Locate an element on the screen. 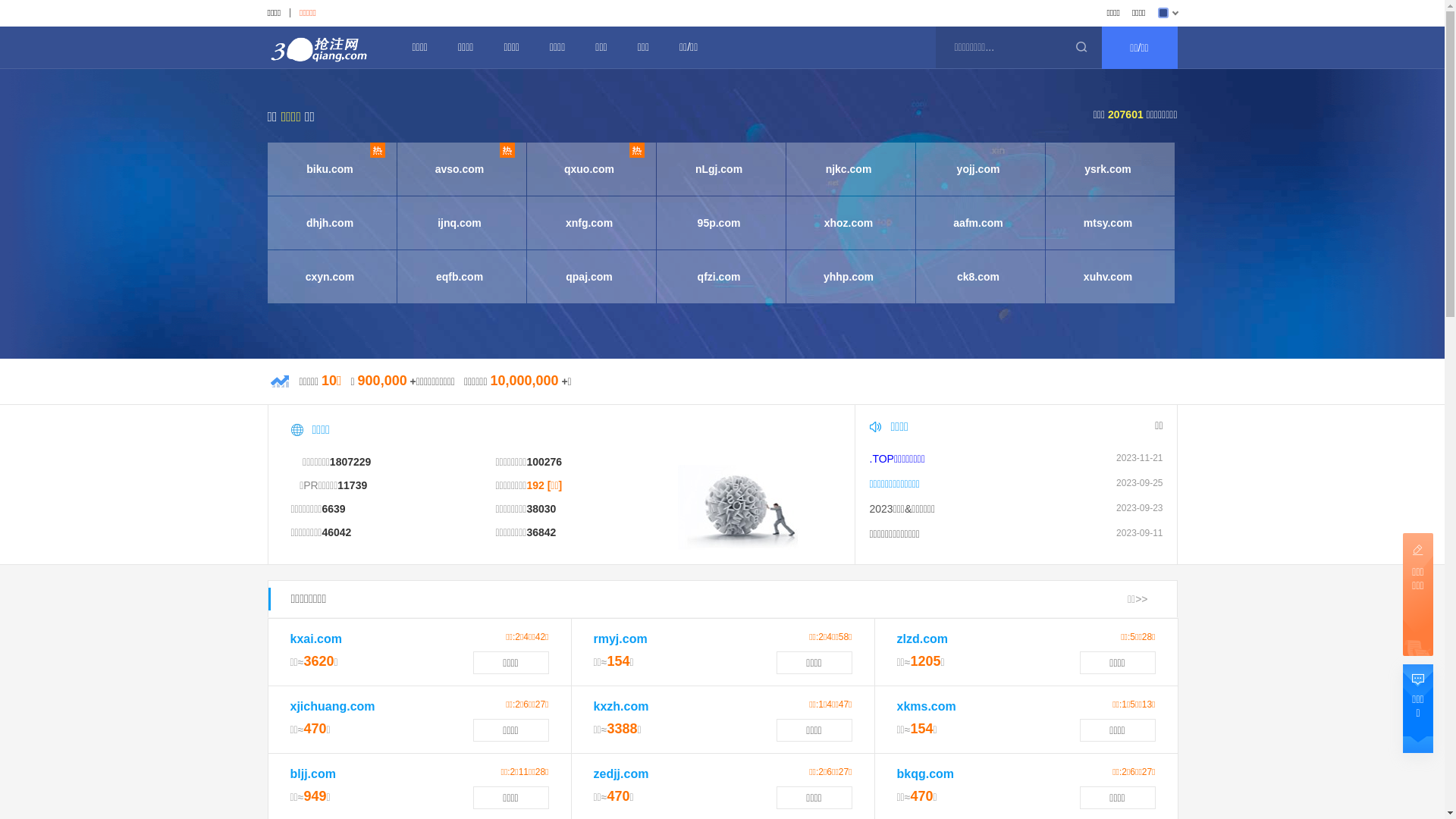 The height and width of the screenshot is (819, 1456). 'qxuo.com' is located at coordinates (588, 169).